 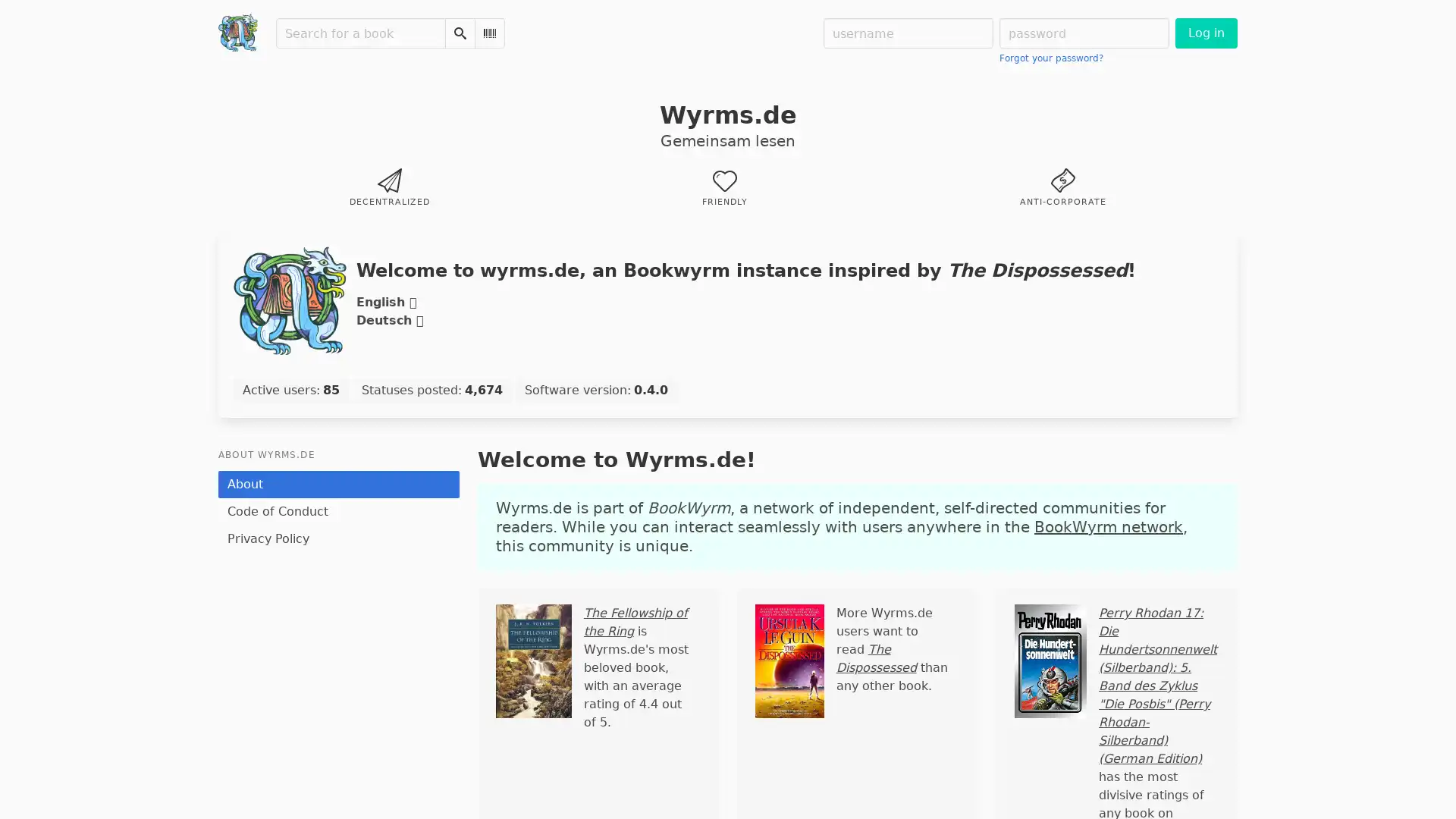 What do you see at coordinates (490, 33) in the screenshot?
I see `Scan Barcode` at bounding box center [490, 33].